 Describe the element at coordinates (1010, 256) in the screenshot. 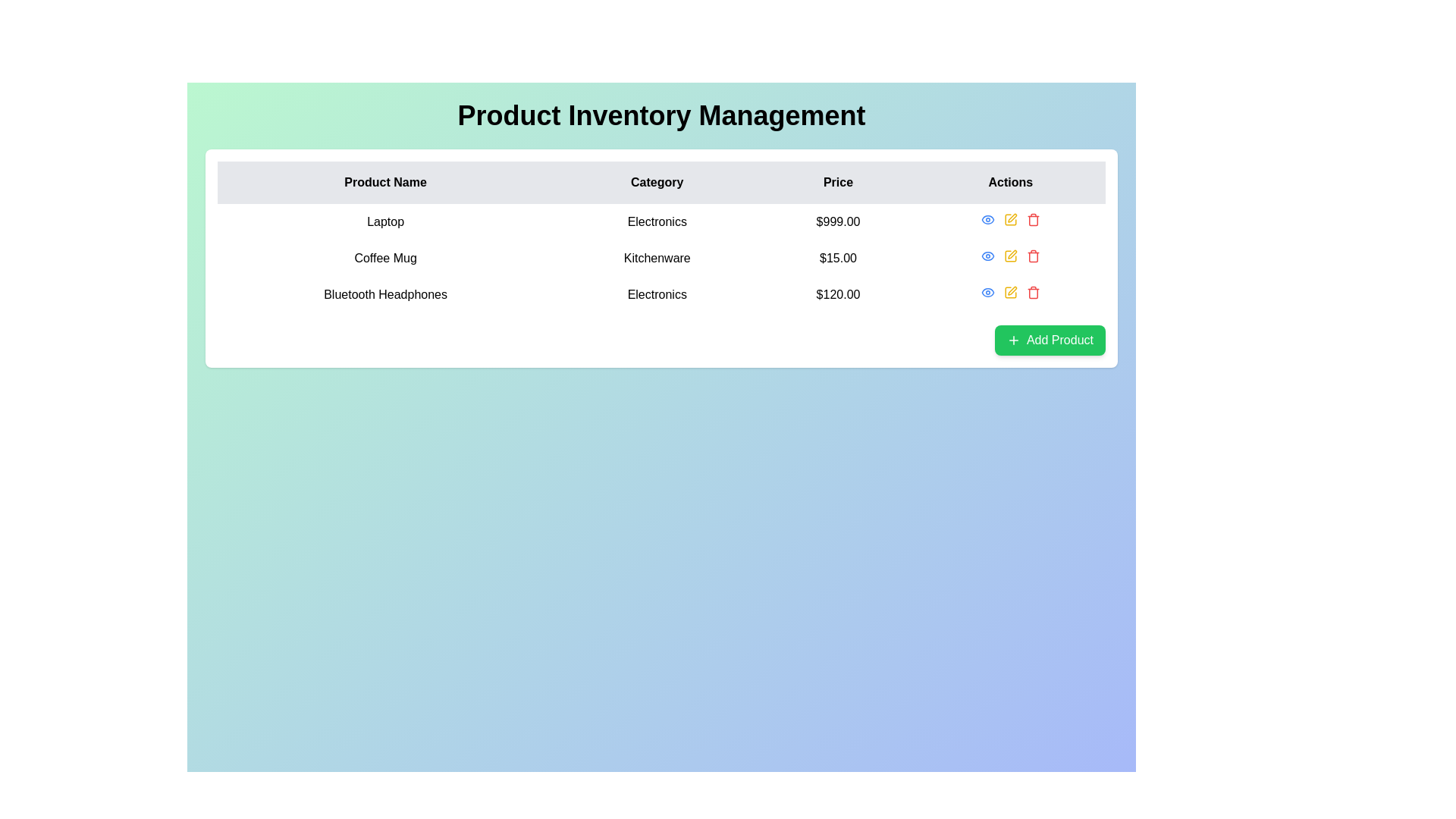

I see `the yellow pencil icon in the Actions column` at that location.